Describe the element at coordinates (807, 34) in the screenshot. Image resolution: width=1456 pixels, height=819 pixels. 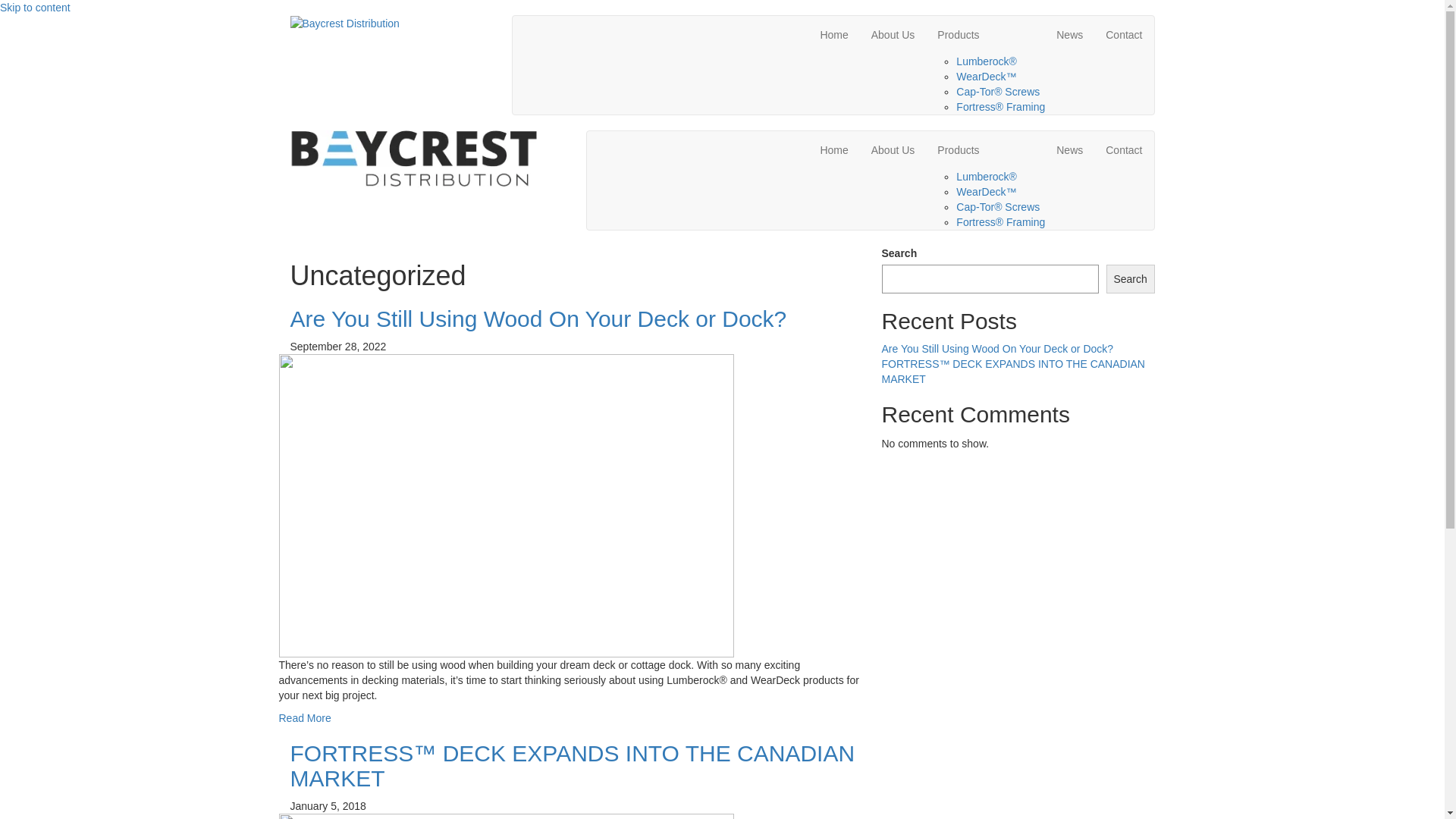
I see `'Home'` at that location.